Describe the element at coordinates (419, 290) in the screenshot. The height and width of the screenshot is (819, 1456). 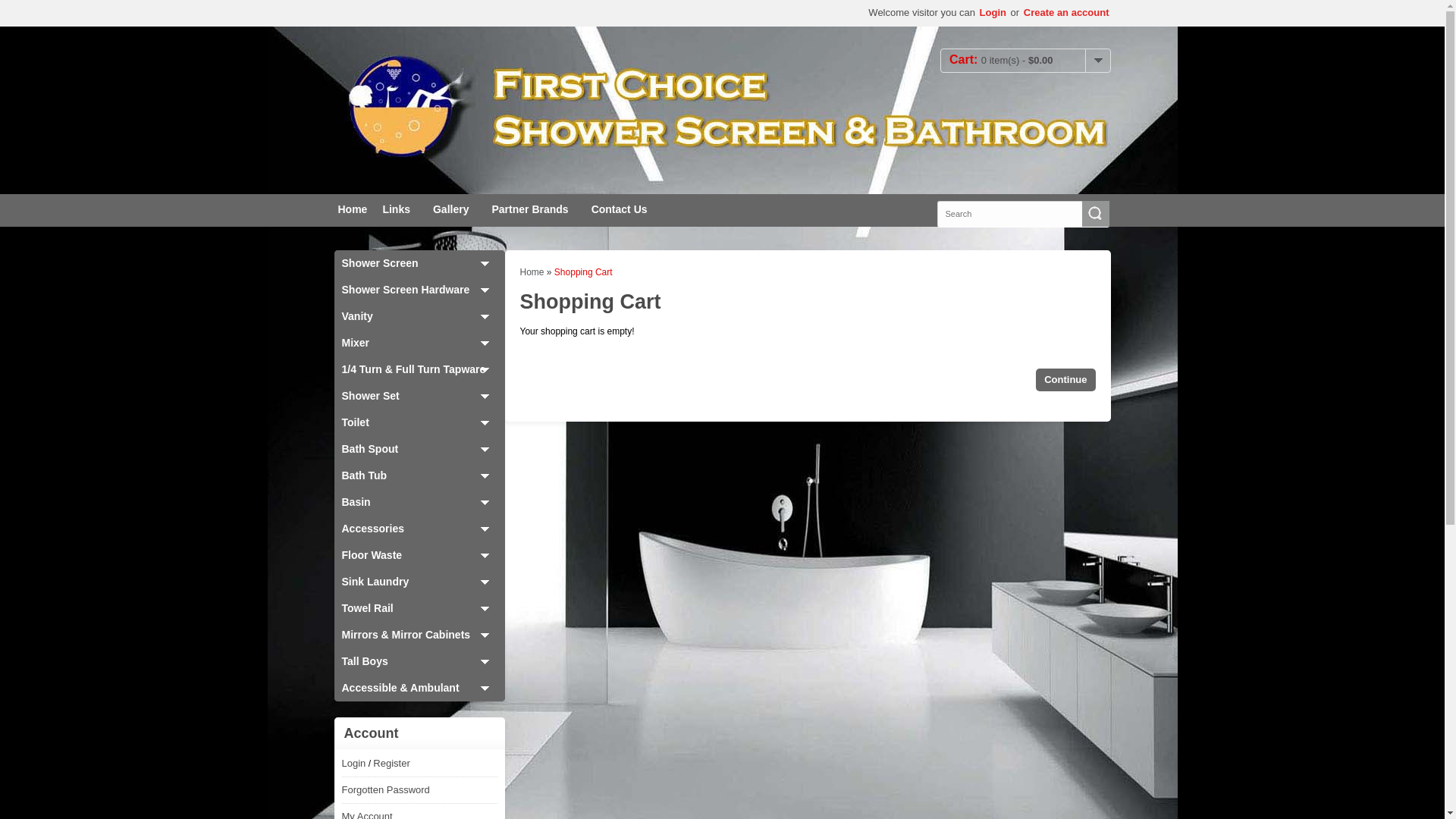
I see `'Shower Screen Hardware'` at that location.